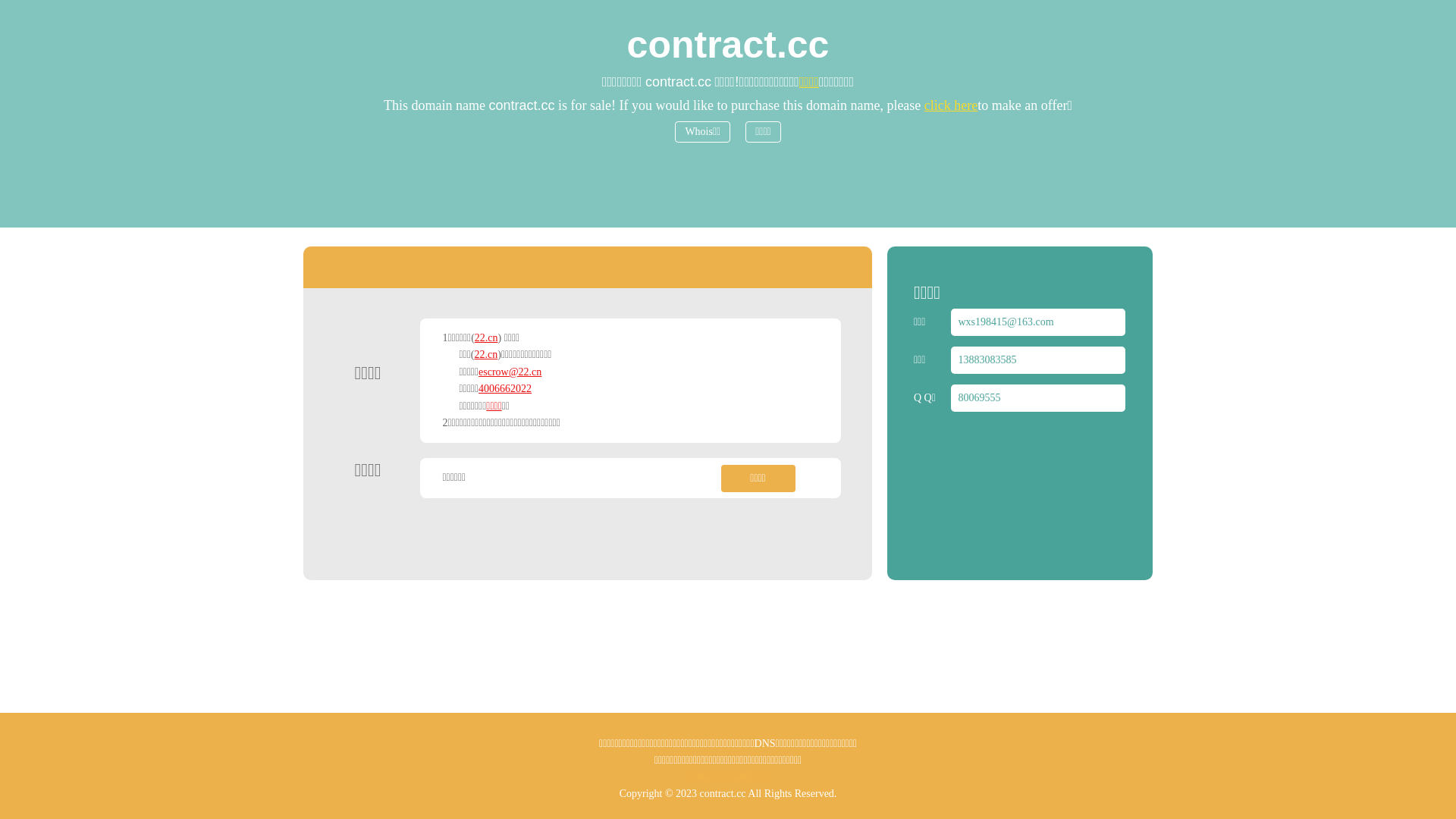 Image resolution: width=1456 pixels, height=819 pixels. What do you see at coordinates (486, 354) in the screenshot?
I see `'22.cn'` at bounding box center [486, 354].